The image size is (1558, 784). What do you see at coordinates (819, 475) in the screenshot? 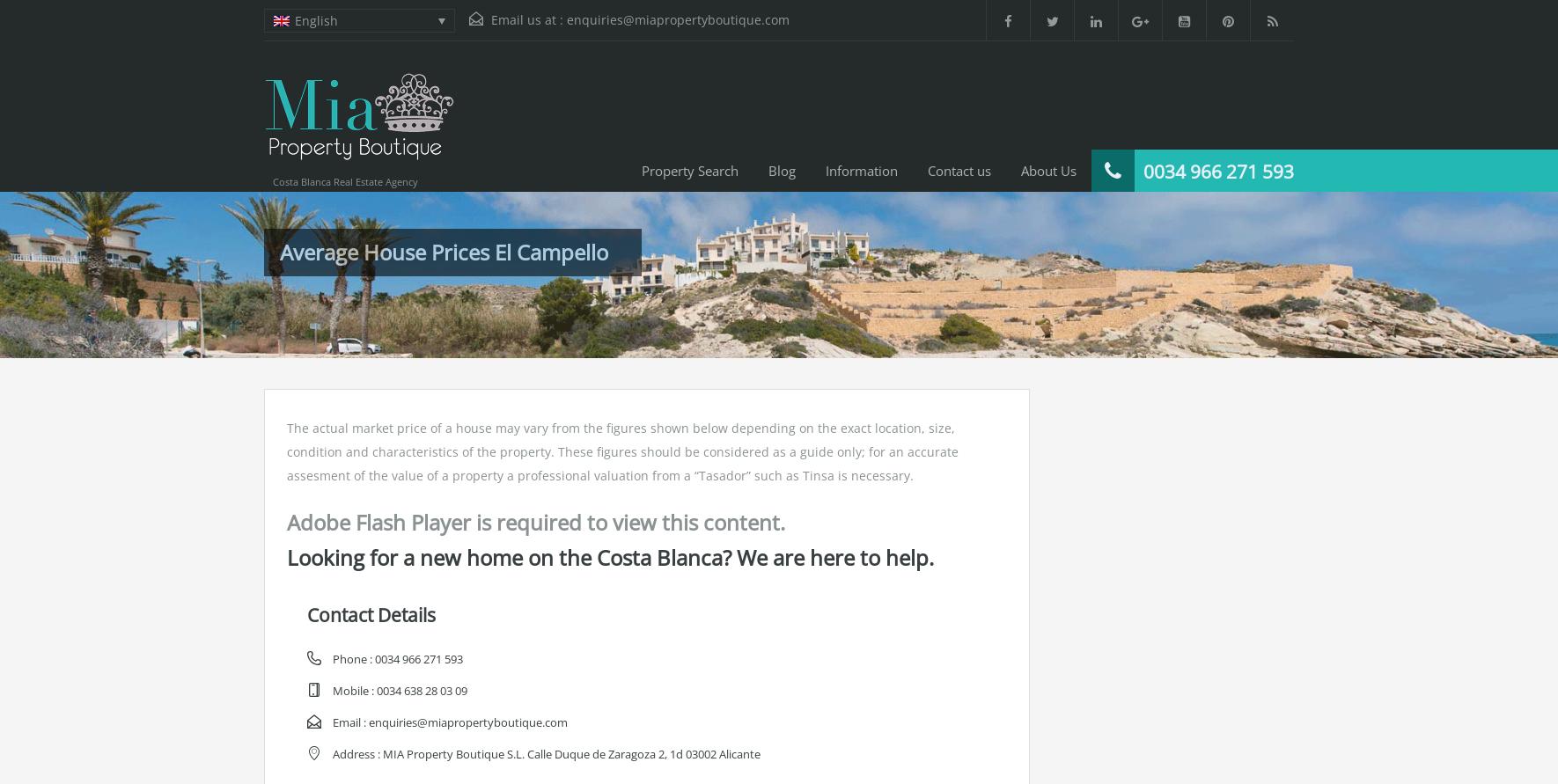
I see `'Tinsa'` at bounding box center [819, 475].